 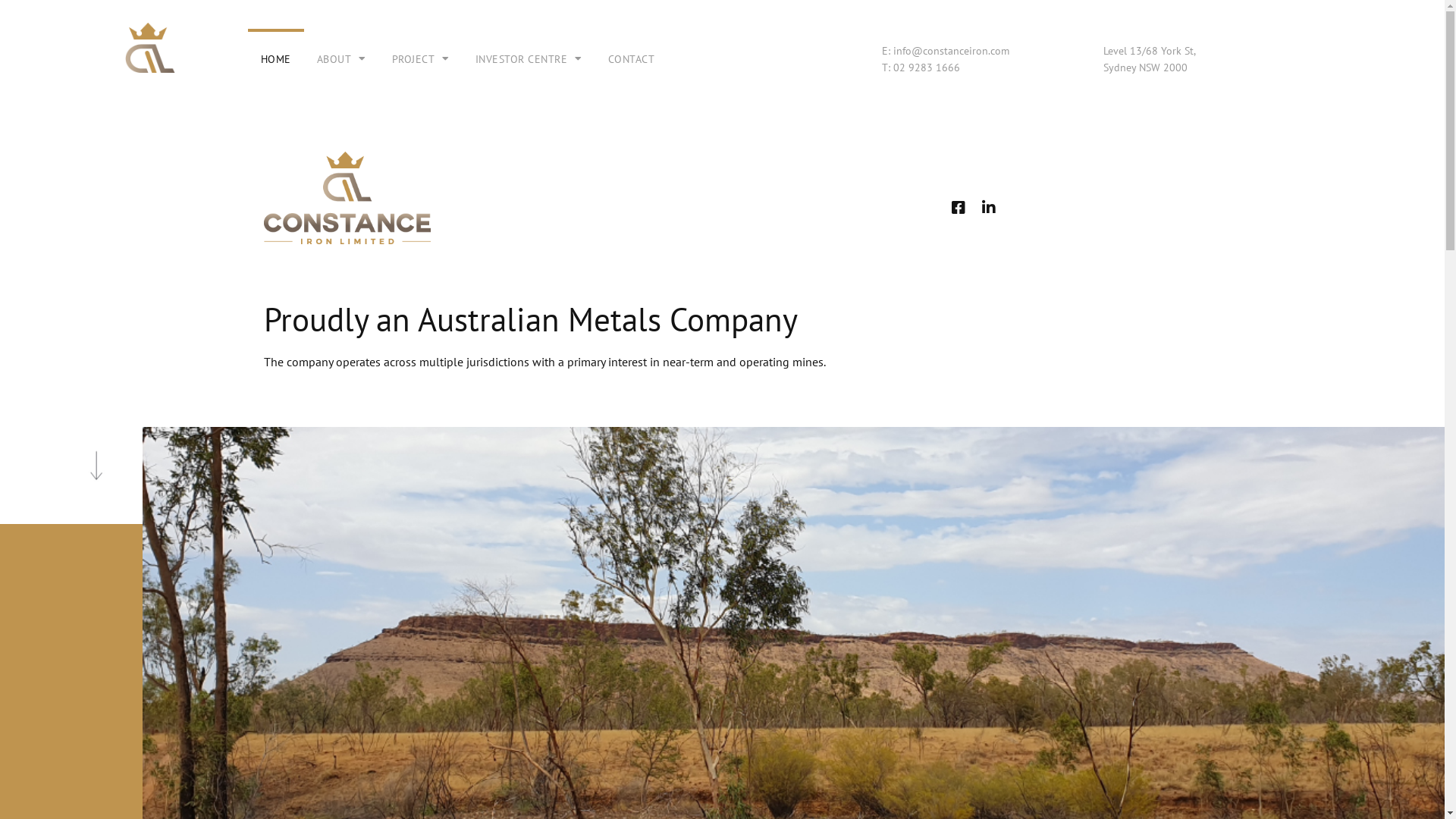 What do you see at coordinates (276, 58) in the screenshot?
I see `'HOME'` at bounding box center [276, 58].